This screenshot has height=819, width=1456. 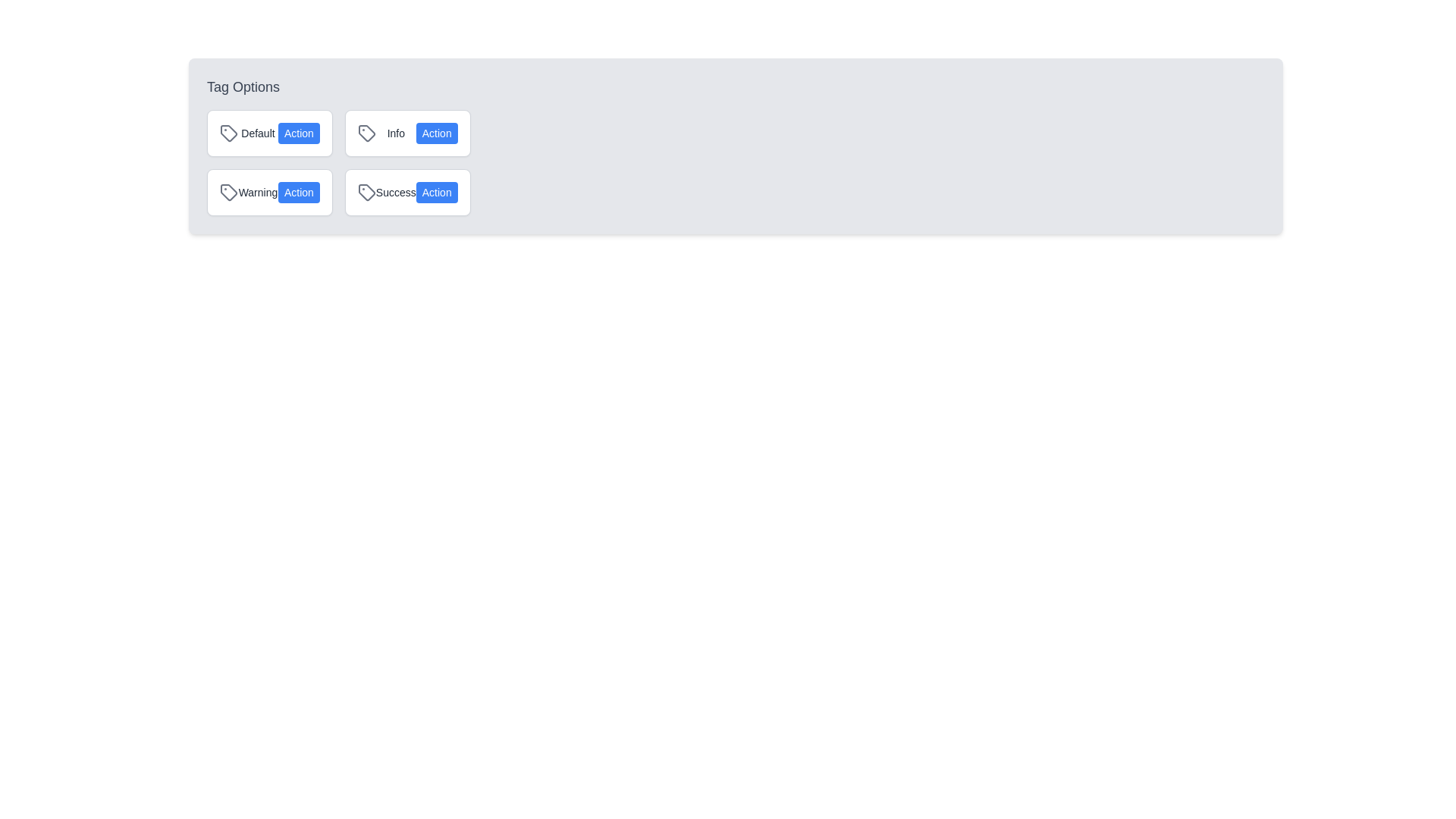 What do you see at coordinates (436, 133) in the screenshot?
I see `the rectangular button labeled 'Action' with a blue background and white text, located in the 'Info' panel` at bounding box center [436, 133].